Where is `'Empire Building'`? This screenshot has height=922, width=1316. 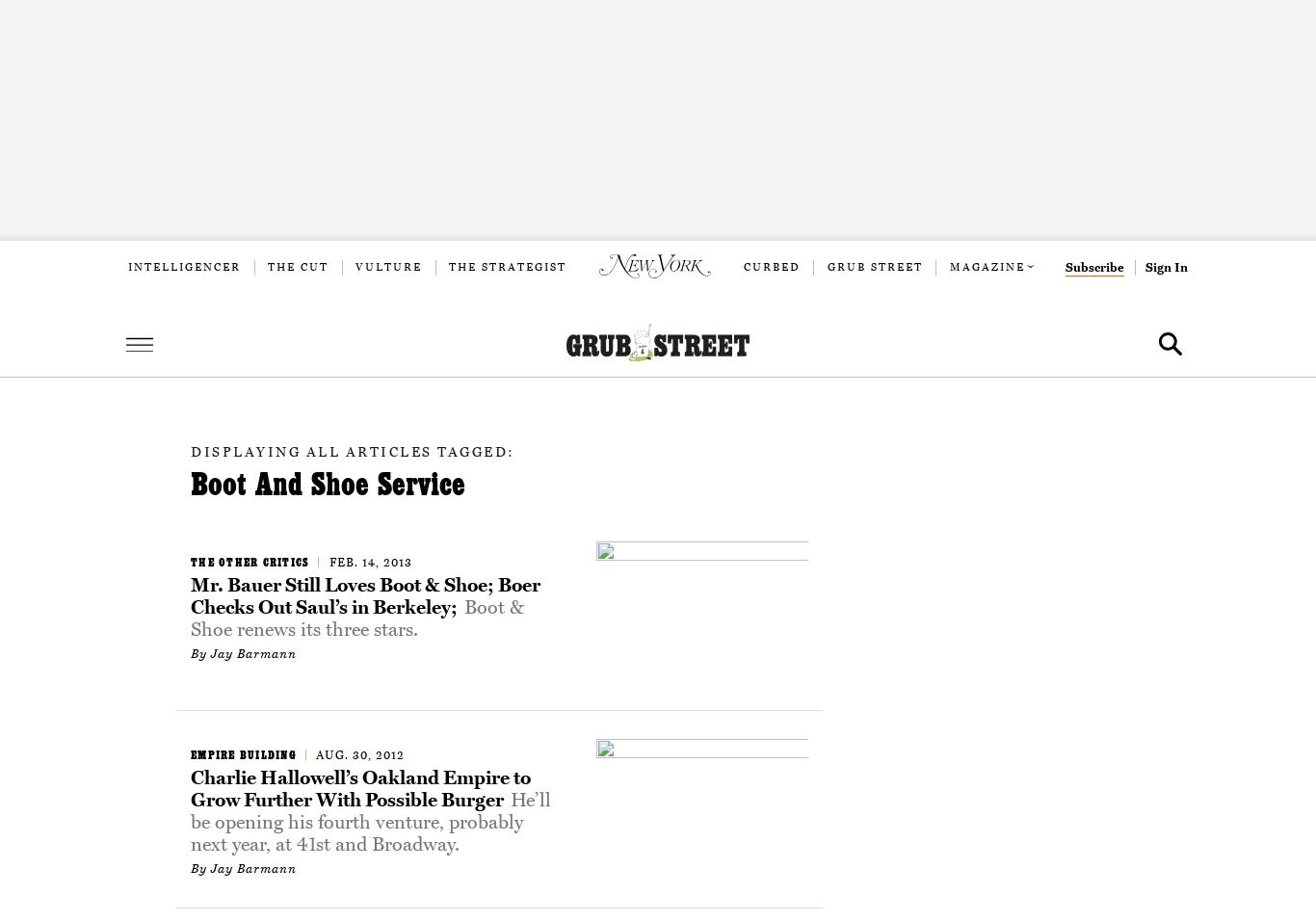 'Empire Building' is located at coordinates (243, 753).